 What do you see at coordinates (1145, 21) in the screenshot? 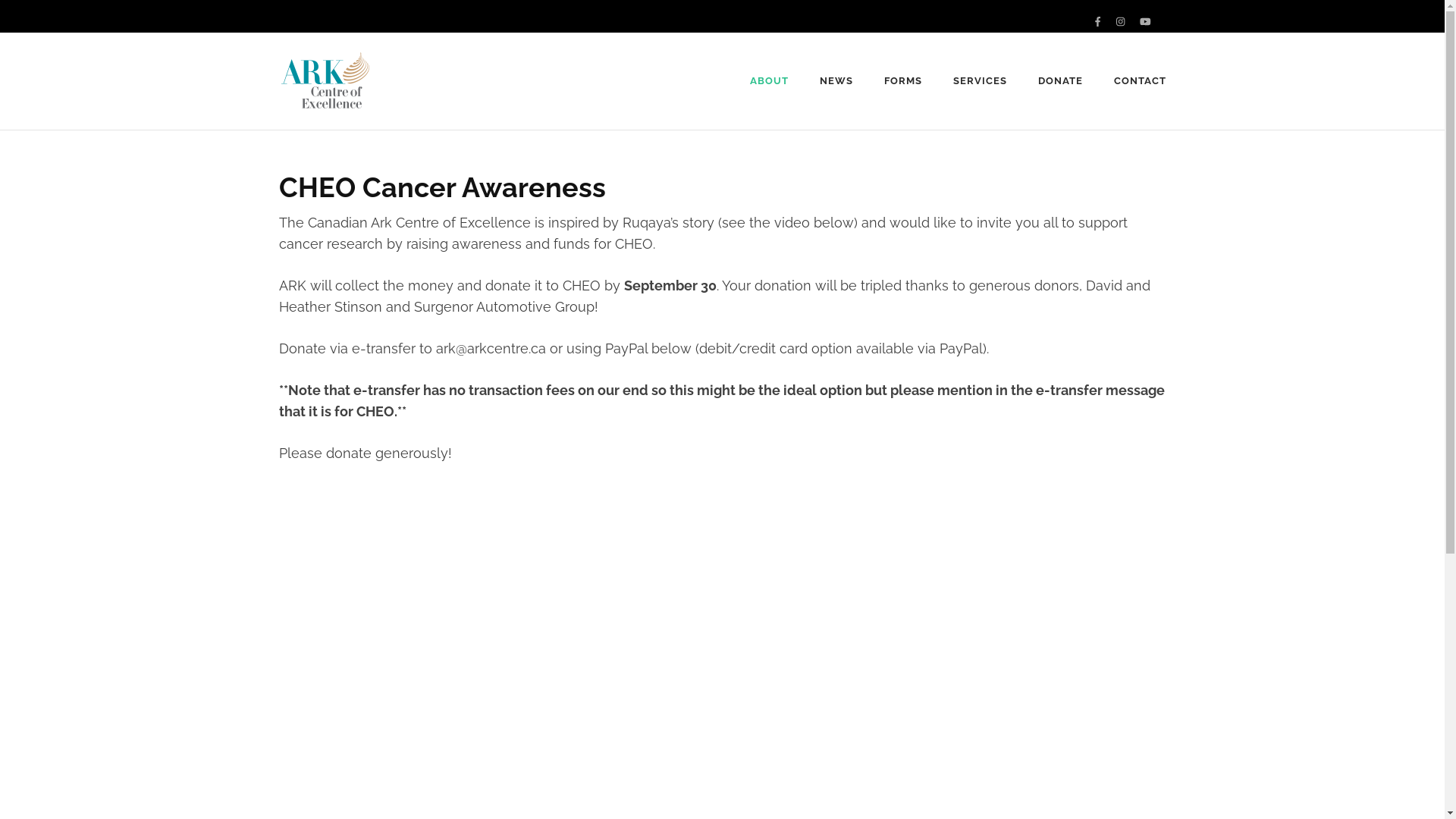
I see `'YouTube'` at bounding box center [1145, 21].